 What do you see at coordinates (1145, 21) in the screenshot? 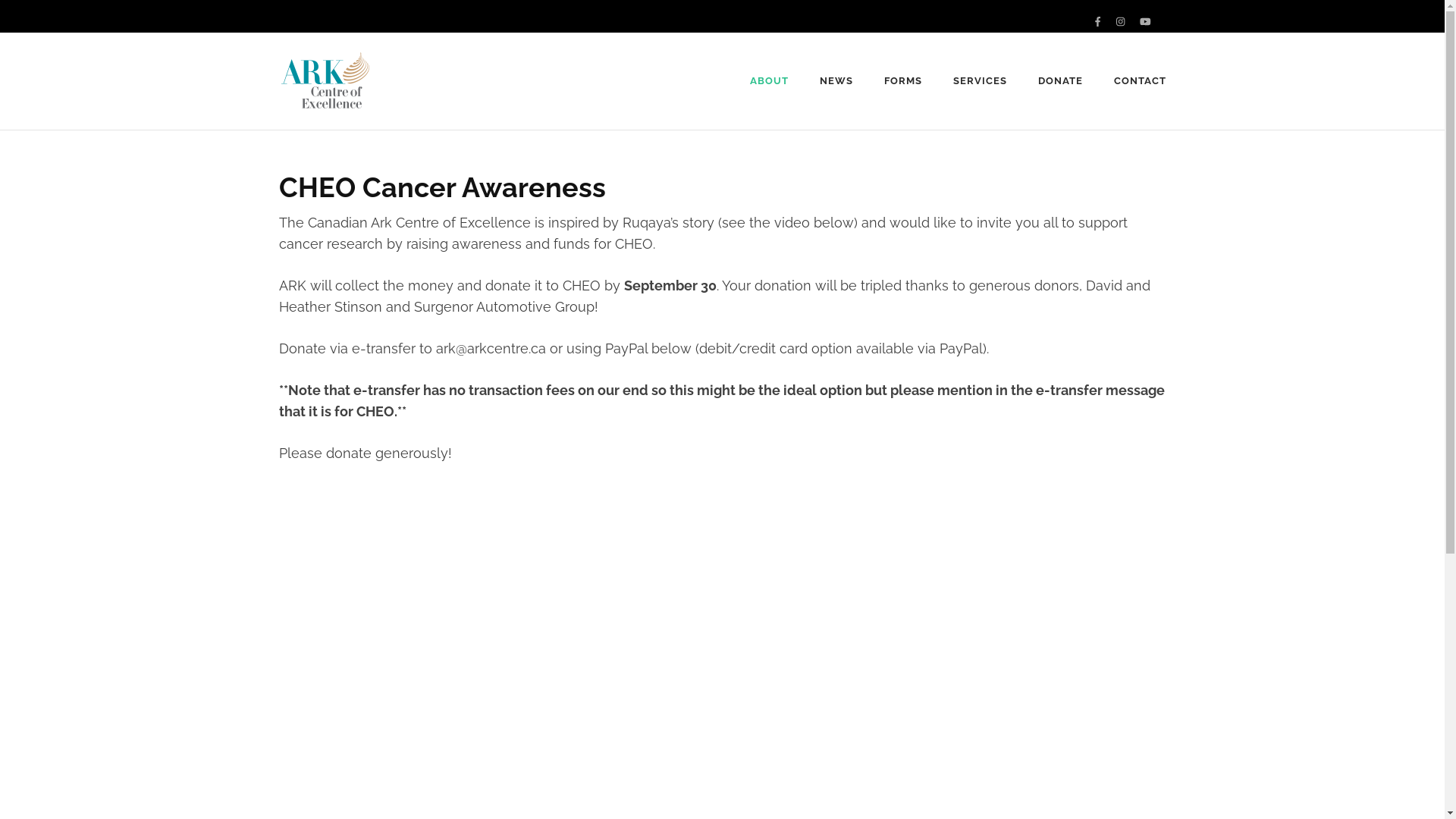
I see `'YouTube'` at bounding box center [1145, 21].